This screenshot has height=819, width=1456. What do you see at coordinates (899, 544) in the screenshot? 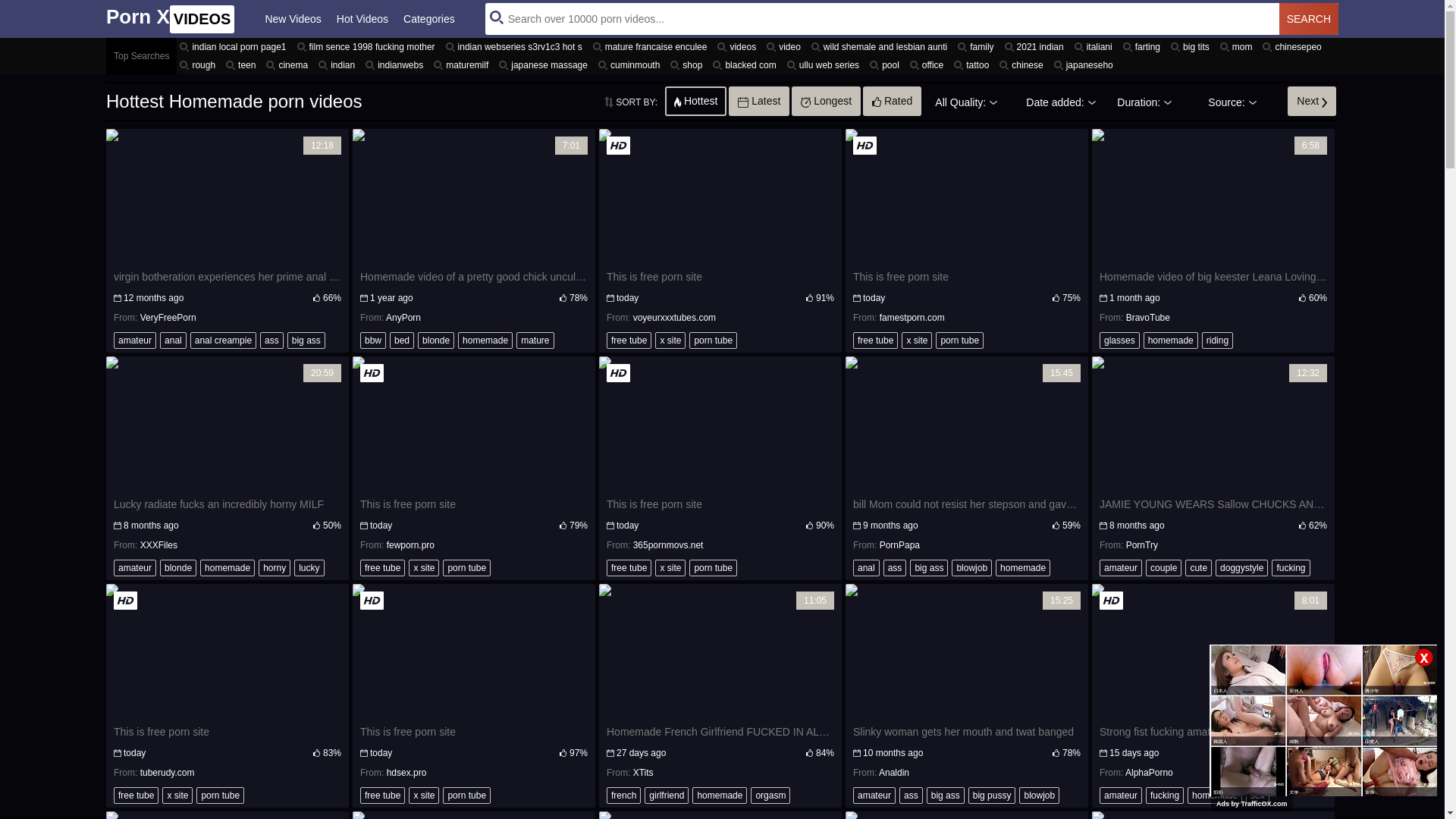
I see `'PornPapa'` at bounding box center [899, 544].